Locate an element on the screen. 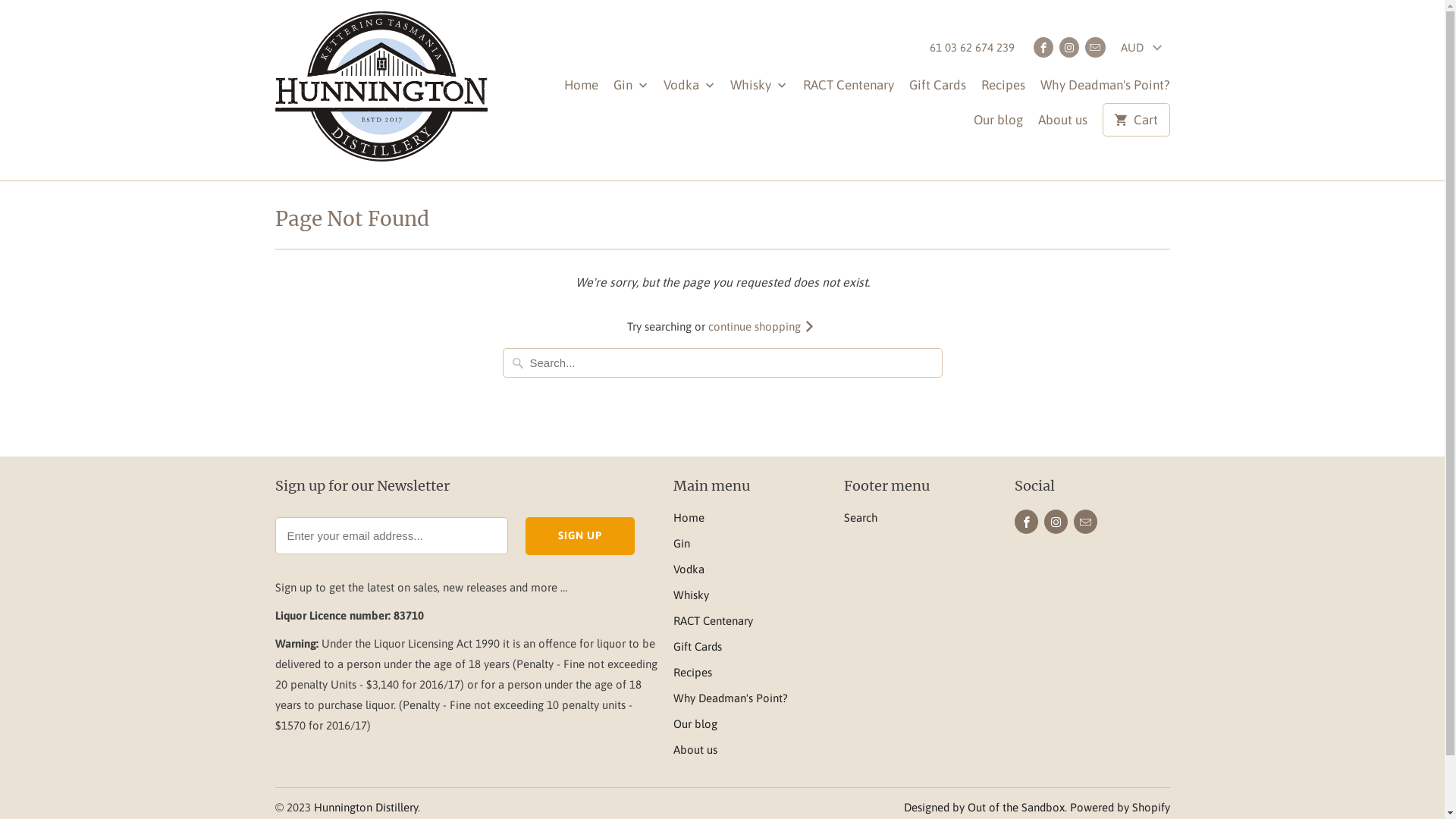 The width and height of the screenshot is (1456, 819). 'Powered by Shopify' is located at coordinates (1119, 806).